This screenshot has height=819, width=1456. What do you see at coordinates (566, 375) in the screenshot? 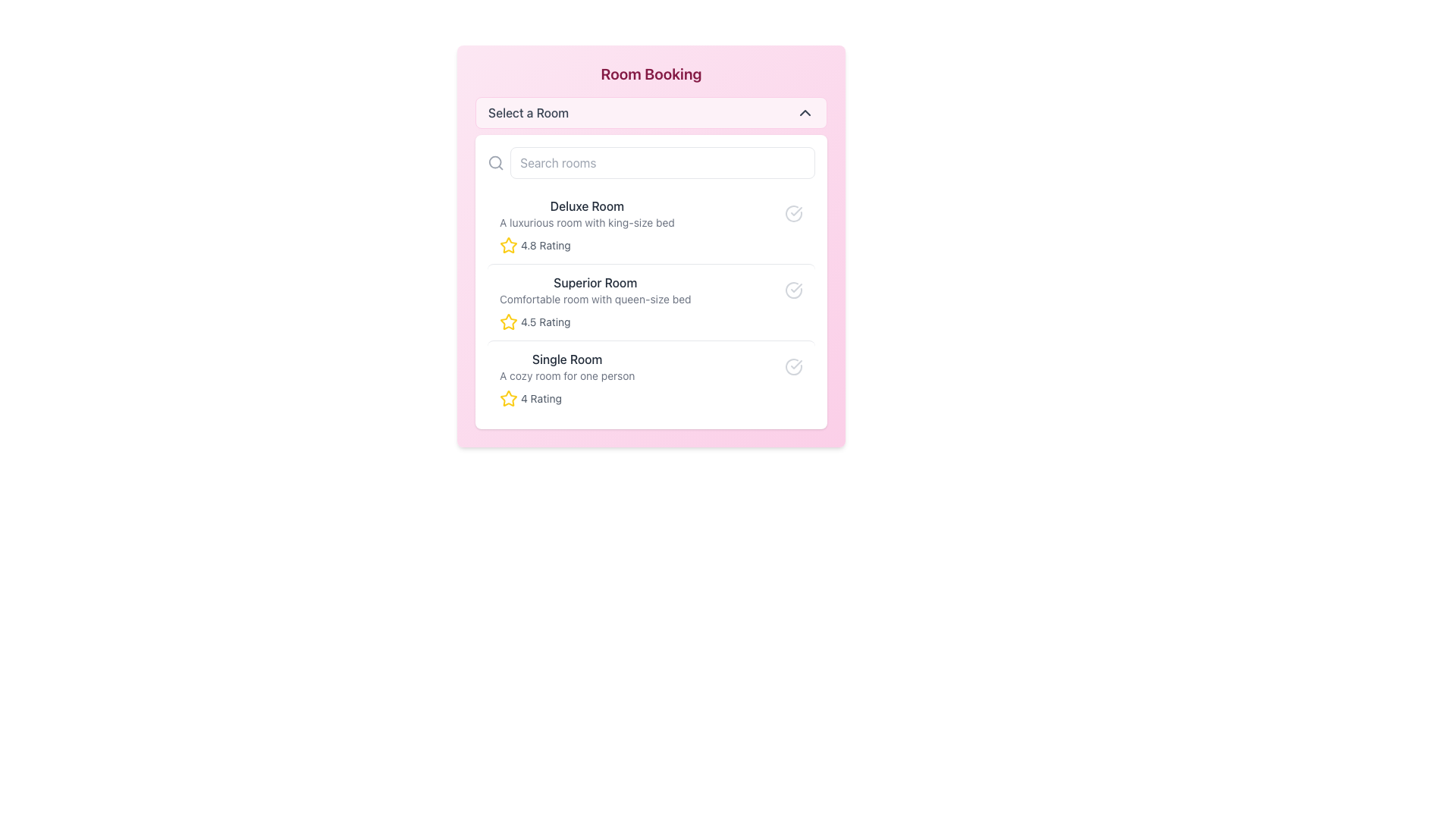
I see `the informative text label describing the cozy single room, located directly below the 'Single Room' title in the lower part of the room option grouping` at bounding box center [566, 375].